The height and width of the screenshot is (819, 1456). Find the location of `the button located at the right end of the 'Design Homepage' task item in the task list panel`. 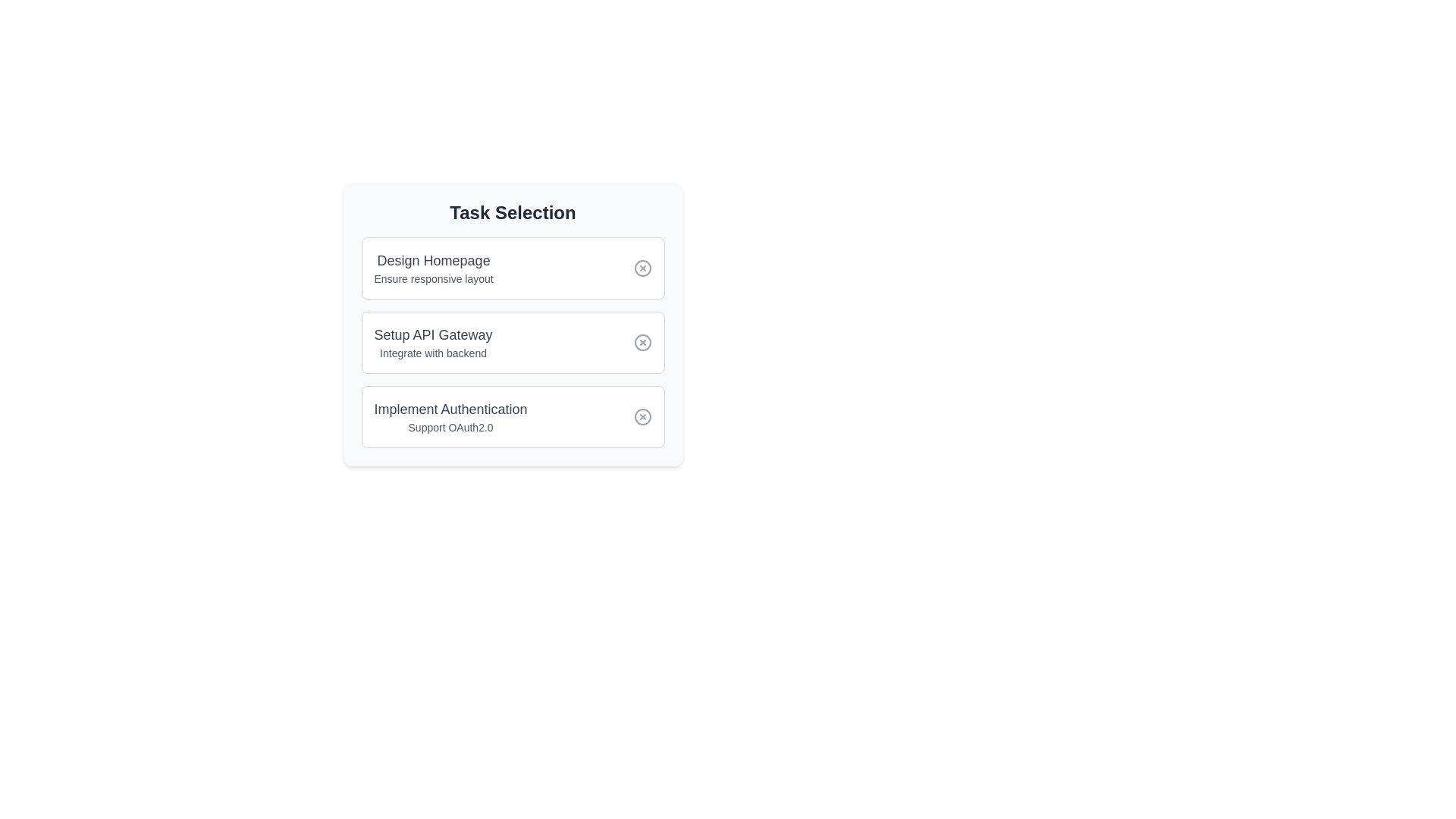

the button located at the right end of the 'Design Homepage' task item in the task list panel is located at coordinates (642, 268).